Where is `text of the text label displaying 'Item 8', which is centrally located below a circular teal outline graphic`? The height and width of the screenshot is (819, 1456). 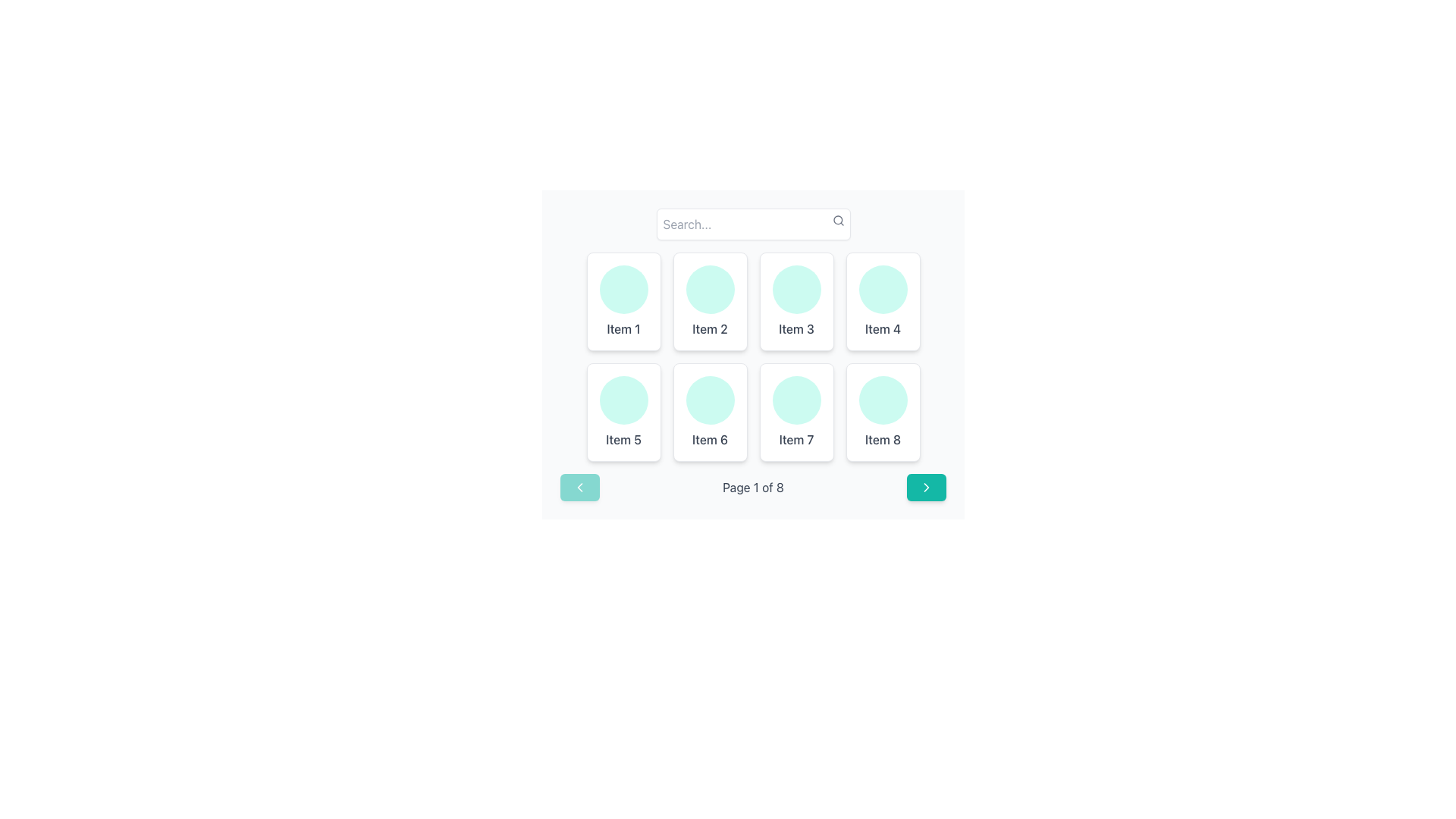
text of the text label displaying 'Item 8', which is centrally located below a circular teal outline graphic is located at coordinates (883, 439).